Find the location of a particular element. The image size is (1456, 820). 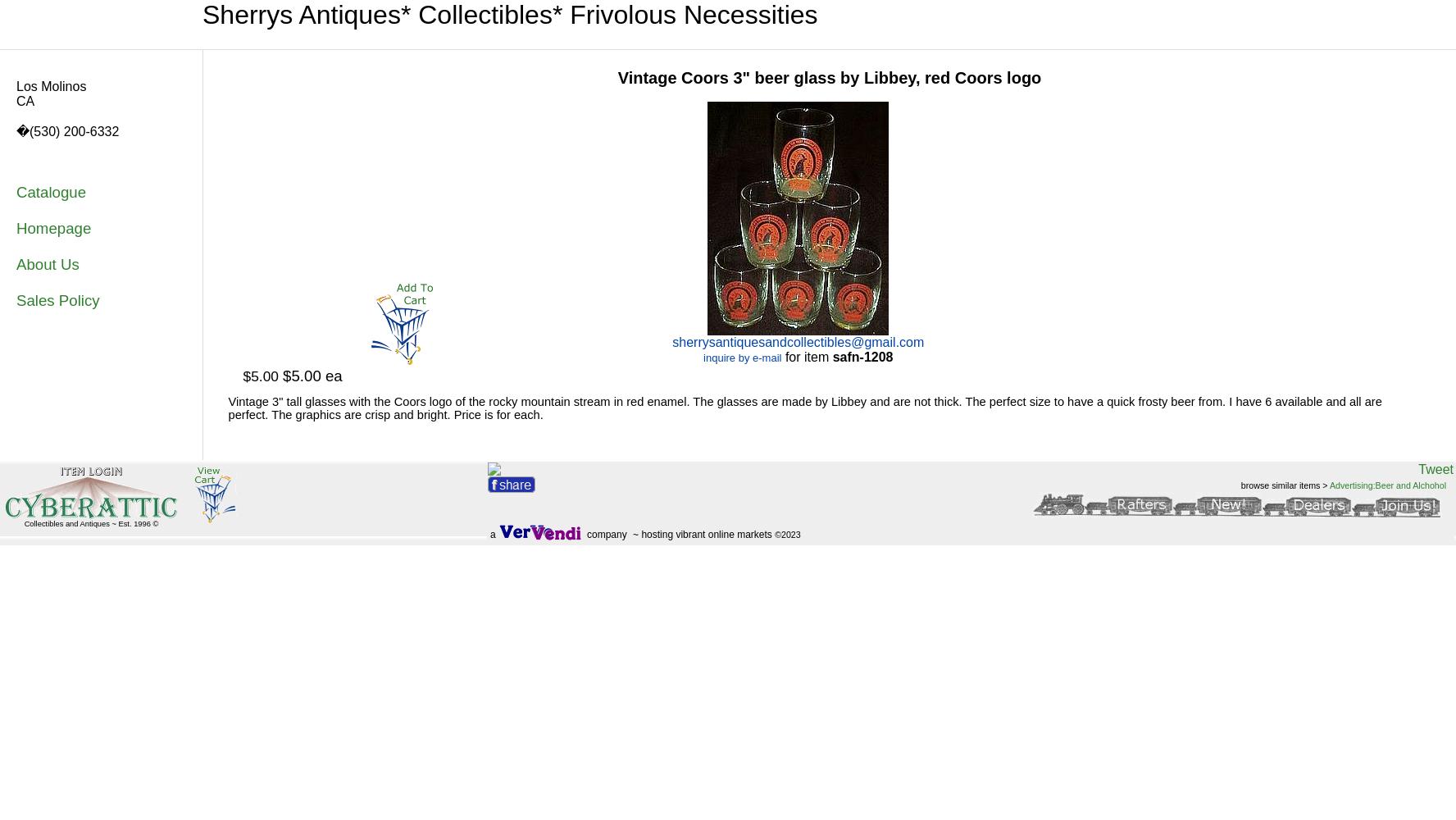

'Sales Policy' is located at coordinates (57, 299).